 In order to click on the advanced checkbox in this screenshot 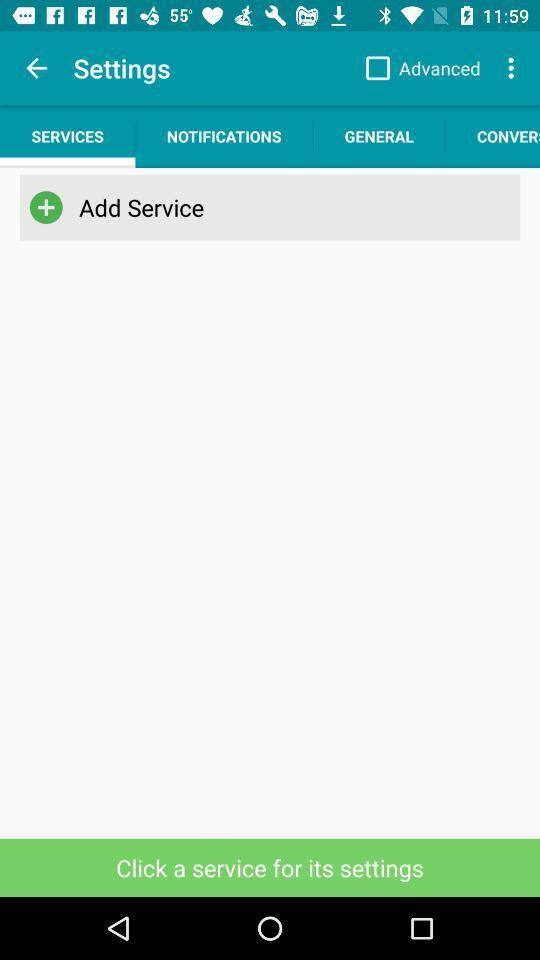, I will do `click(417, 68)`.